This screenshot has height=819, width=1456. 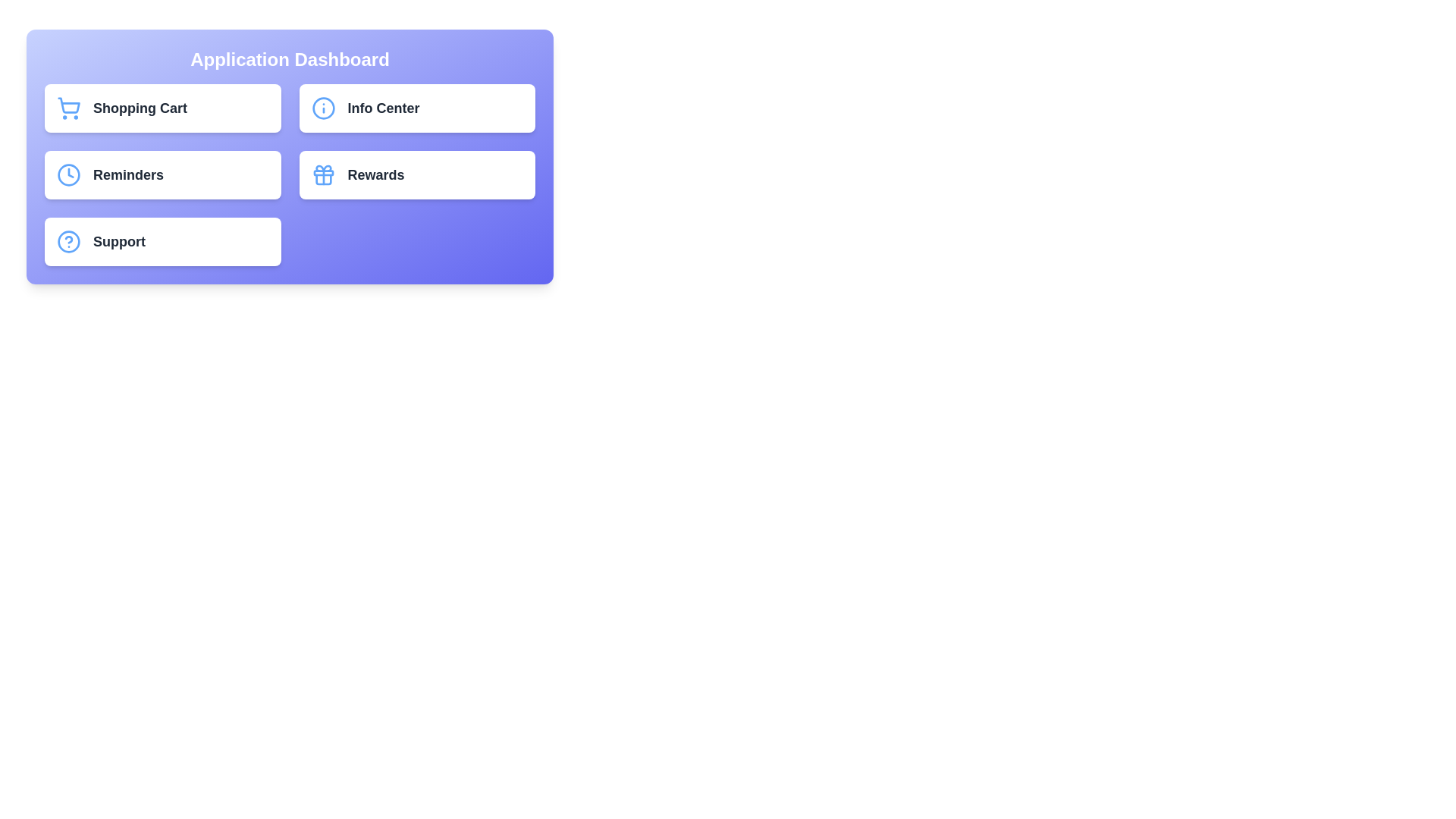 I want to click on the interactive card or button located in the upper-left corner of the grid layout, so click(x=162, y=107).